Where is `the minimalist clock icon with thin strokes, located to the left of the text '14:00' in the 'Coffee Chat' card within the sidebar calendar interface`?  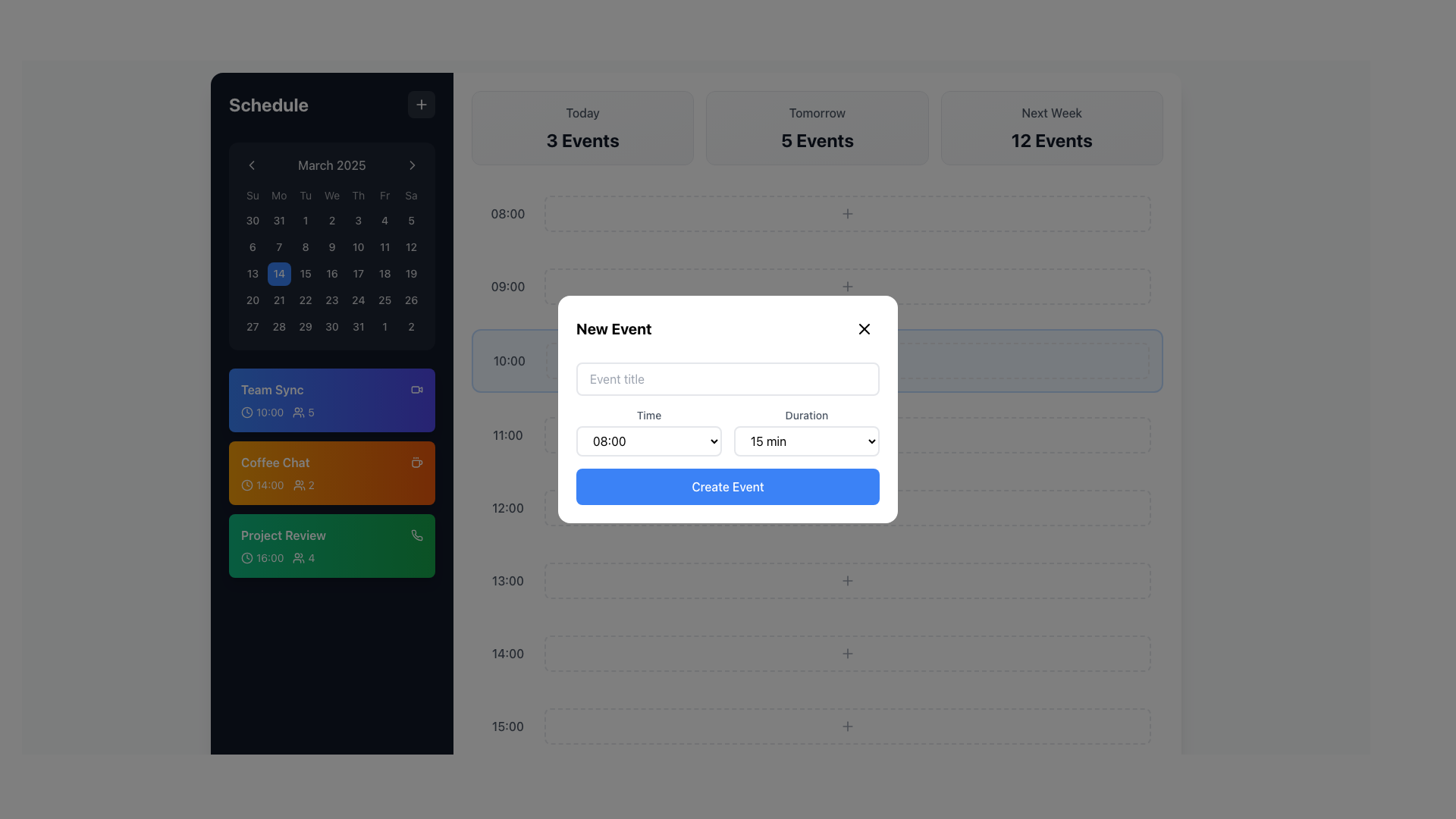
the minimalist clock icon with thin strokes, located to the left of the text '14:00' in the 'Coffee Chat' card within the sidebar calendar interface is located at coordinates (247, 485).